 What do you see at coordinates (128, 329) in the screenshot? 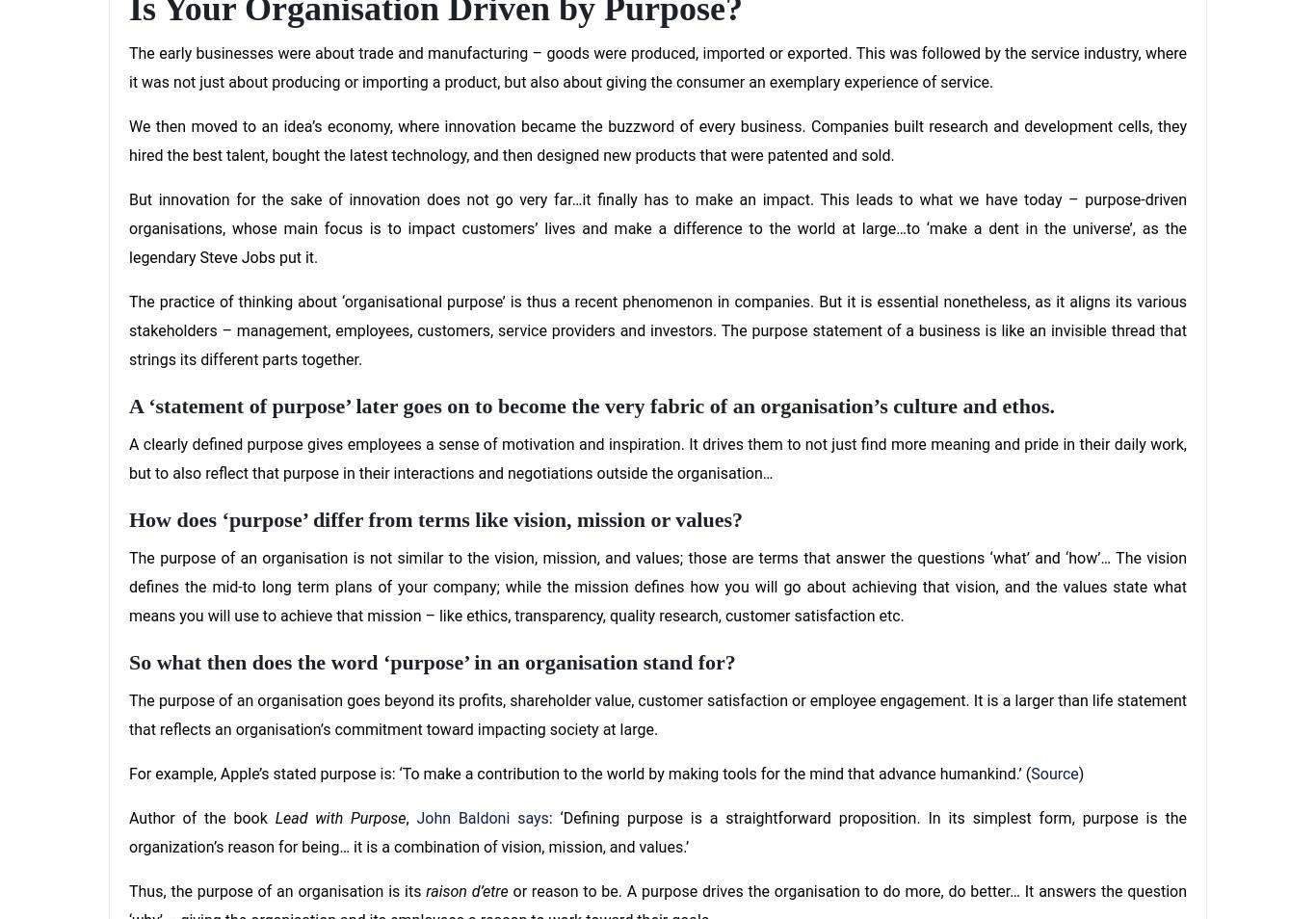
I see `'The practice of thinking about ‘organisational purpose’ is thus a recent phenomenon in companies. But it is essential nonetheless, as it aligns its various stakeholders – management, employees, customers, service providers and investors. The purpose statement of a business is like an invisible thread that strings its different parts together.'` at bounding box center [128, 329].